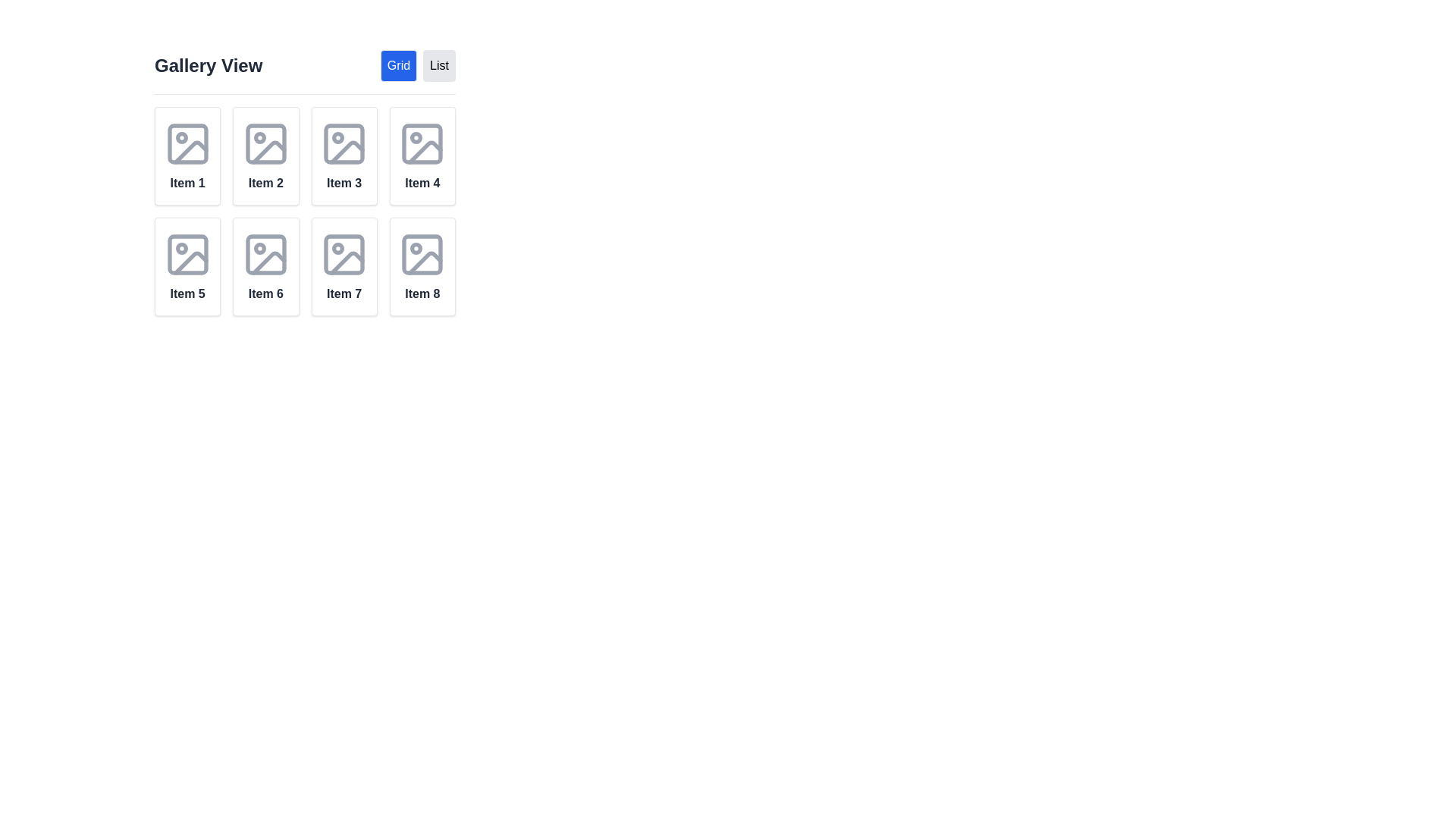 The image size is (1456, 819). I want to click on the text 'Item 3' located in the Card element in the first row and third column of the Gallery View, so click(344, 155).